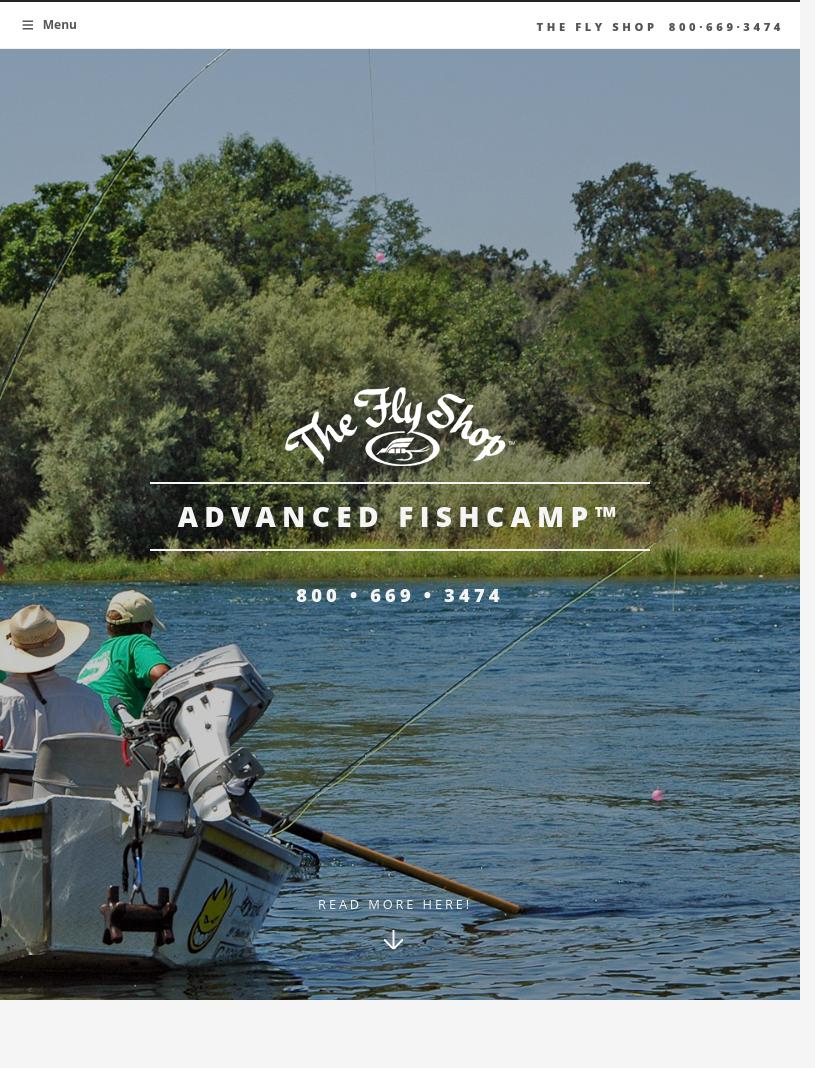  Describe the element at coordinates (177, 514) in the screenshot. I see `'Advanced FishCamp™'` at that location.